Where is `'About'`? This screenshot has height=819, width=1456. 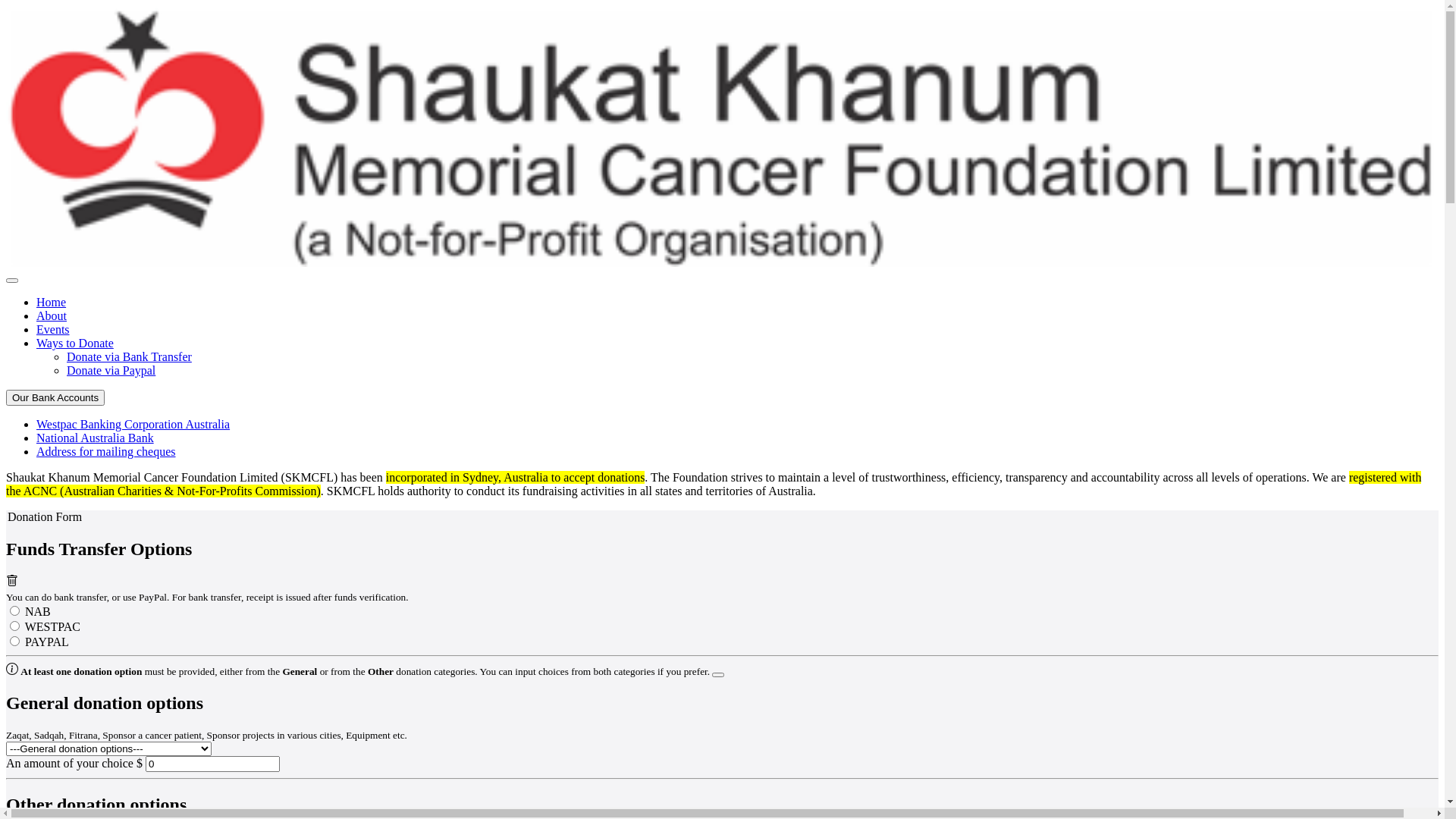
'About' is located at coordinates (51, 315).